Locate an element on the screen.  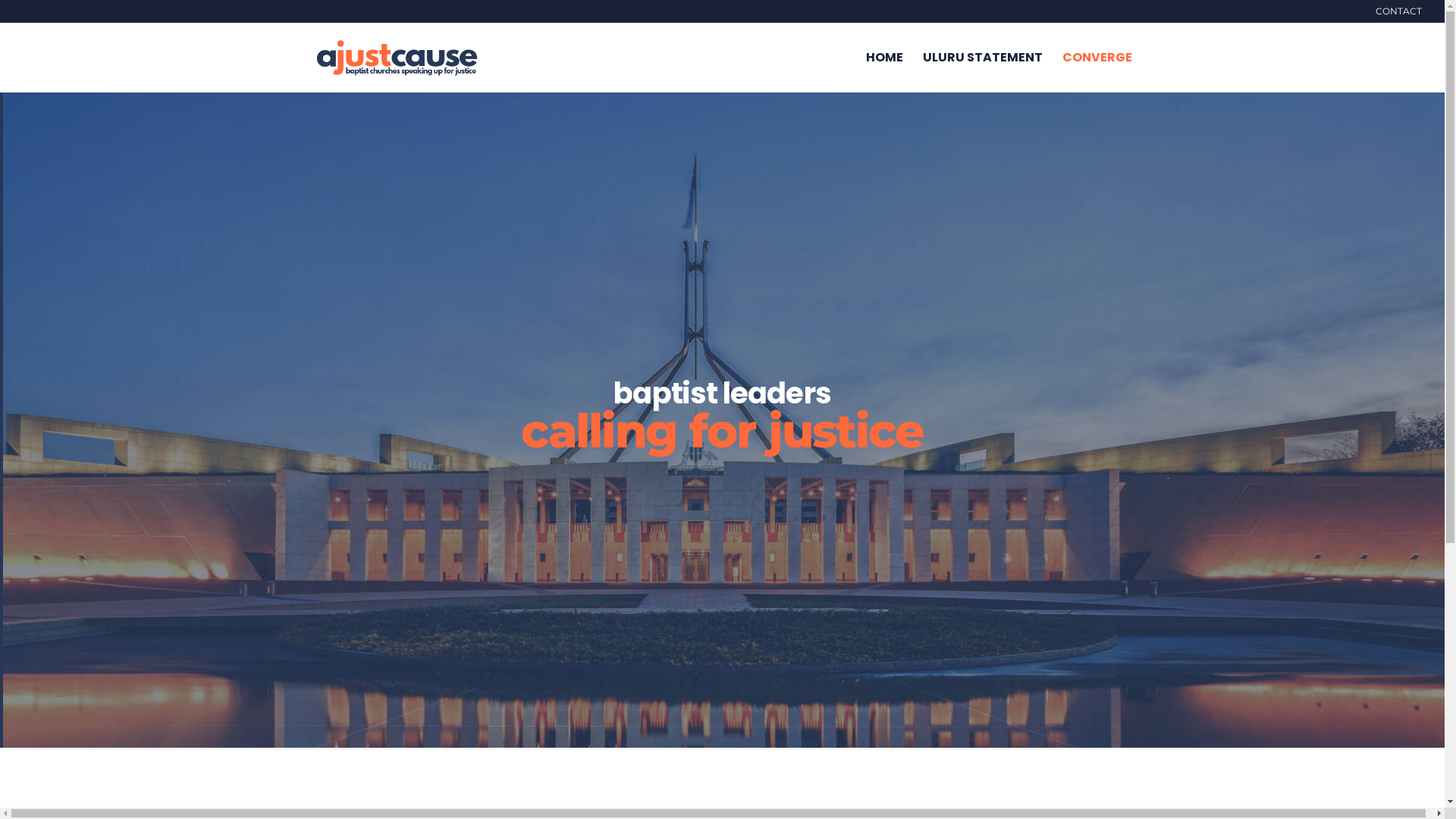
'CONTACT' is located at coordinates (1376, 14).